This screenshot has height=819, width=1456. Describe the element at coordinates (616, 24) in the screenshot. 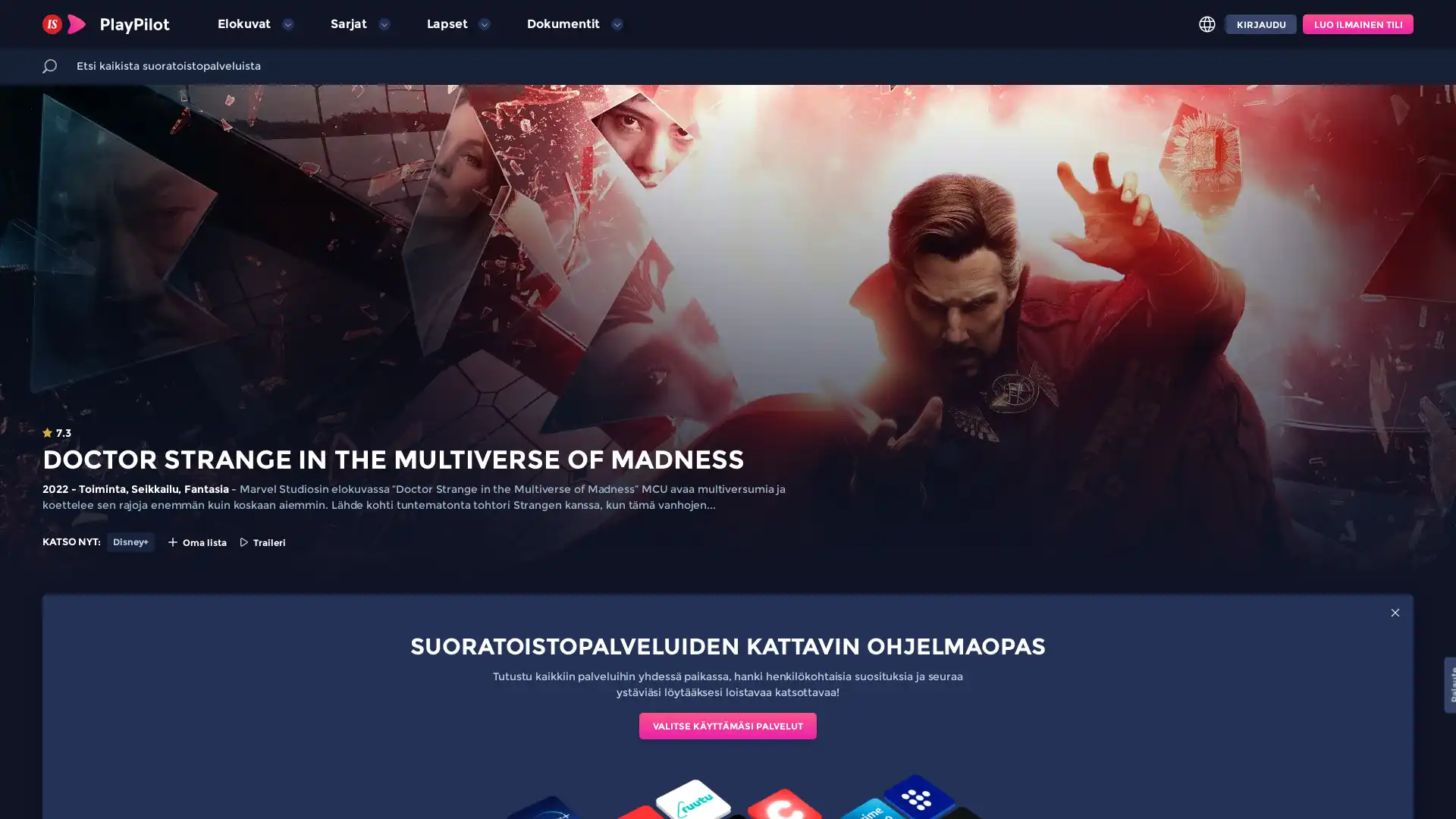

I see `Expand menu` at that location.